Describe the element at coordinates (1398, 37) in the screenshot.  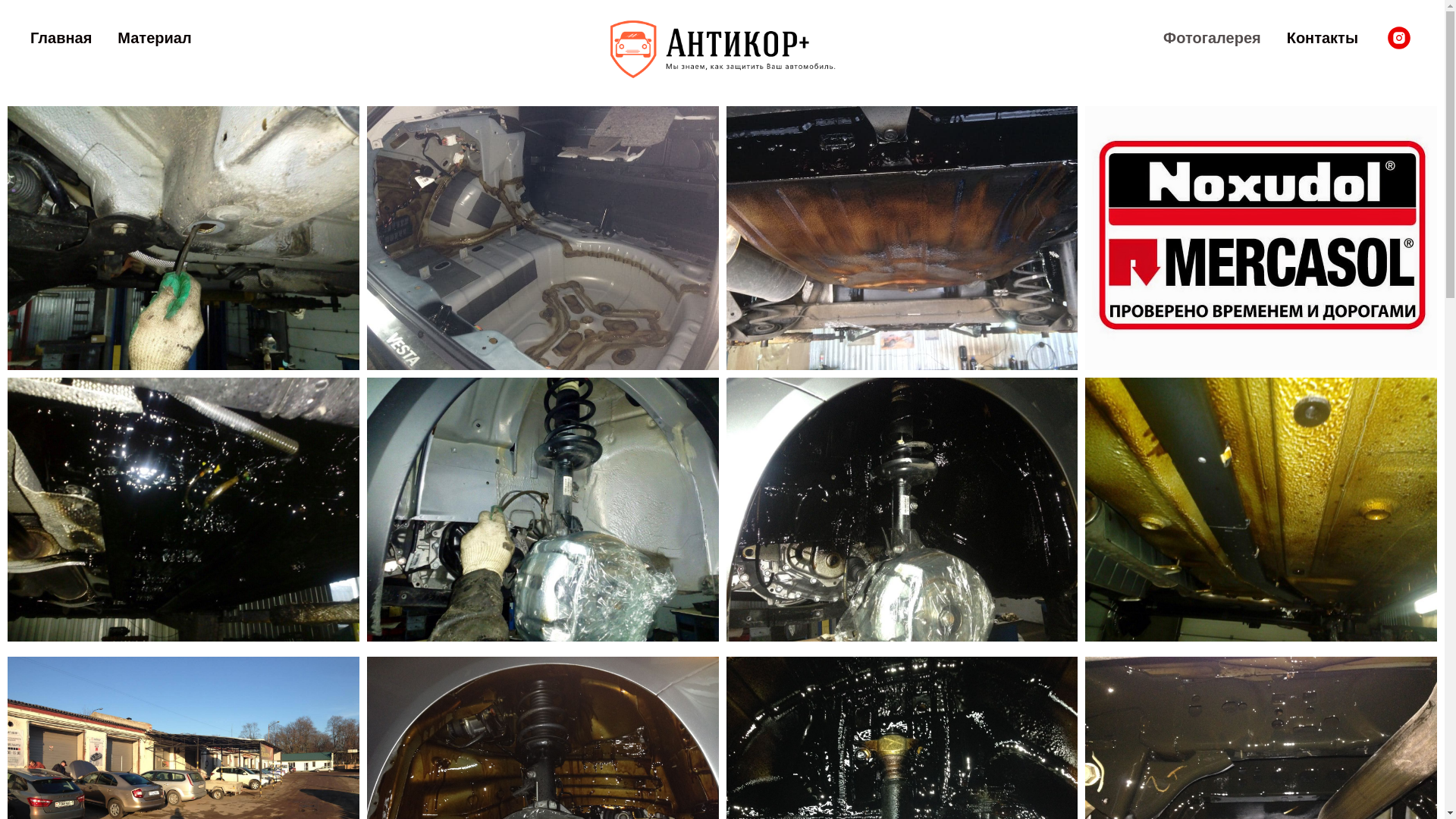
I see `'Instagram'` at that location.